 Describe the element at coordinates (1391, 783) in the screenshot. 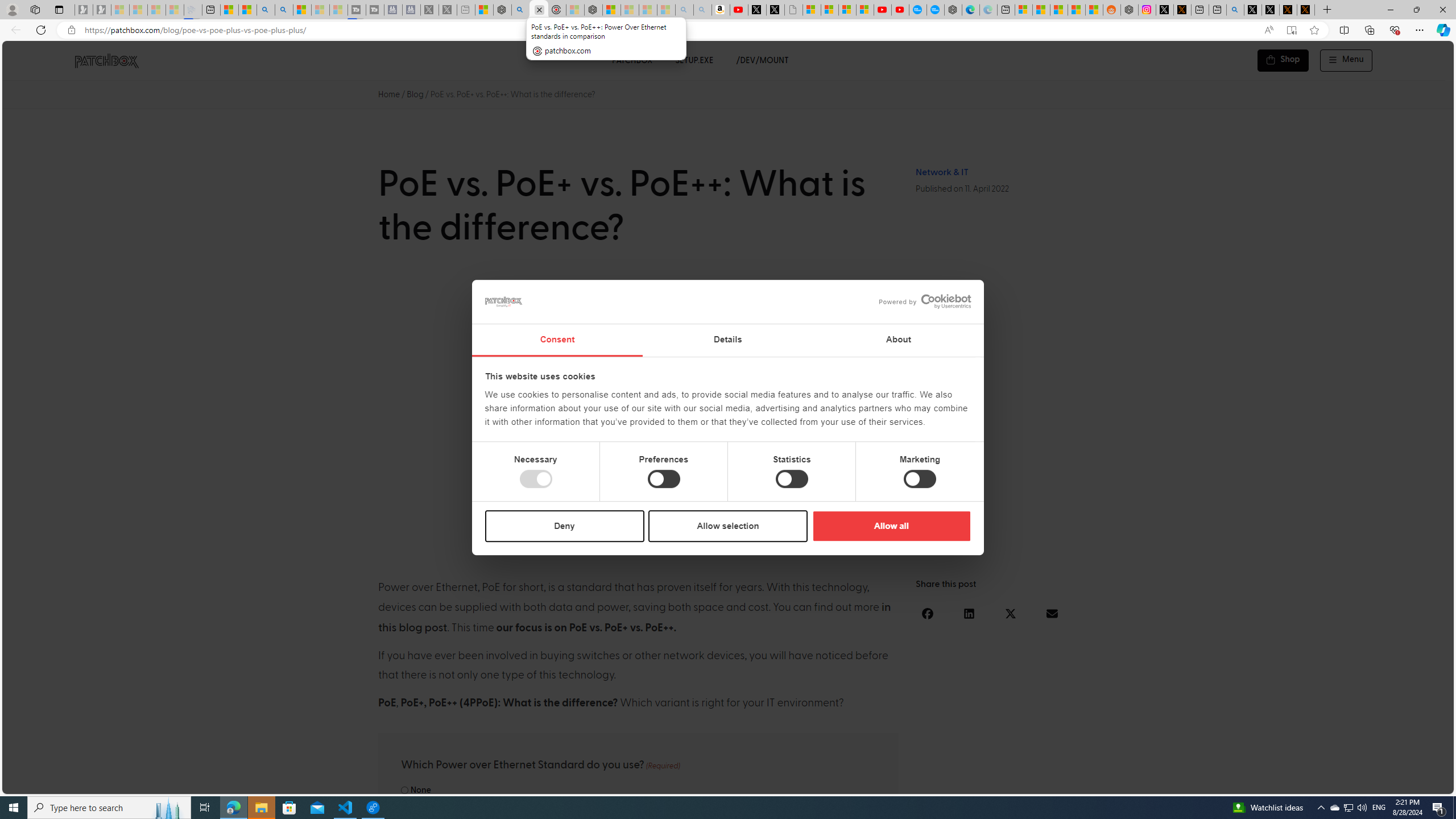

I see `'Language switcher : Finnish'` at that location.